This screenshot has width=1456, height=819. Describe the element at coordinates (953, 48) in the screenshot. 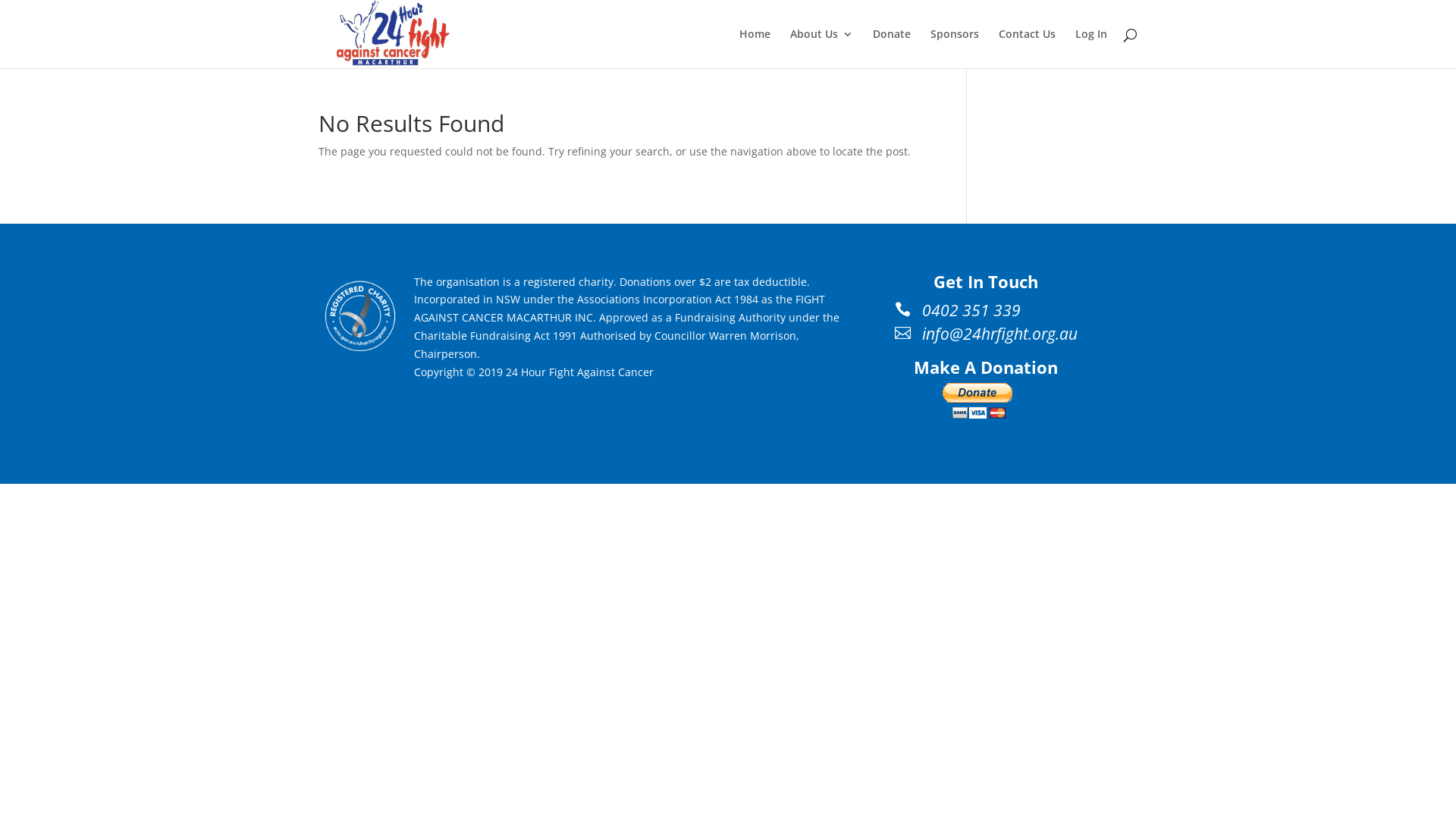

I see `'Sponsors'` at that location.